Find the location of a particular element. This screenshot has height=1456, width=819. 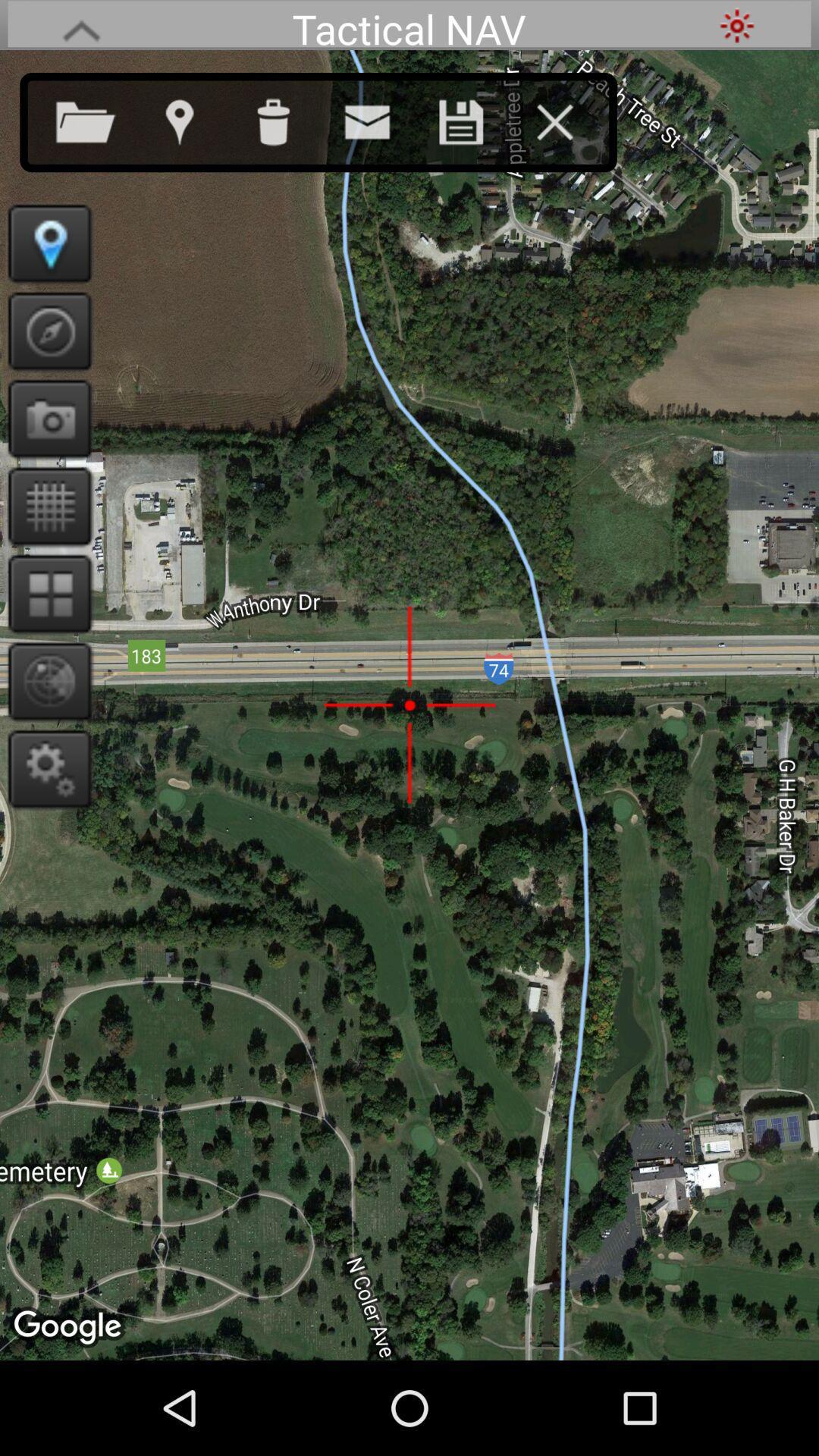

the email icon is located at coordinates (381, 127).